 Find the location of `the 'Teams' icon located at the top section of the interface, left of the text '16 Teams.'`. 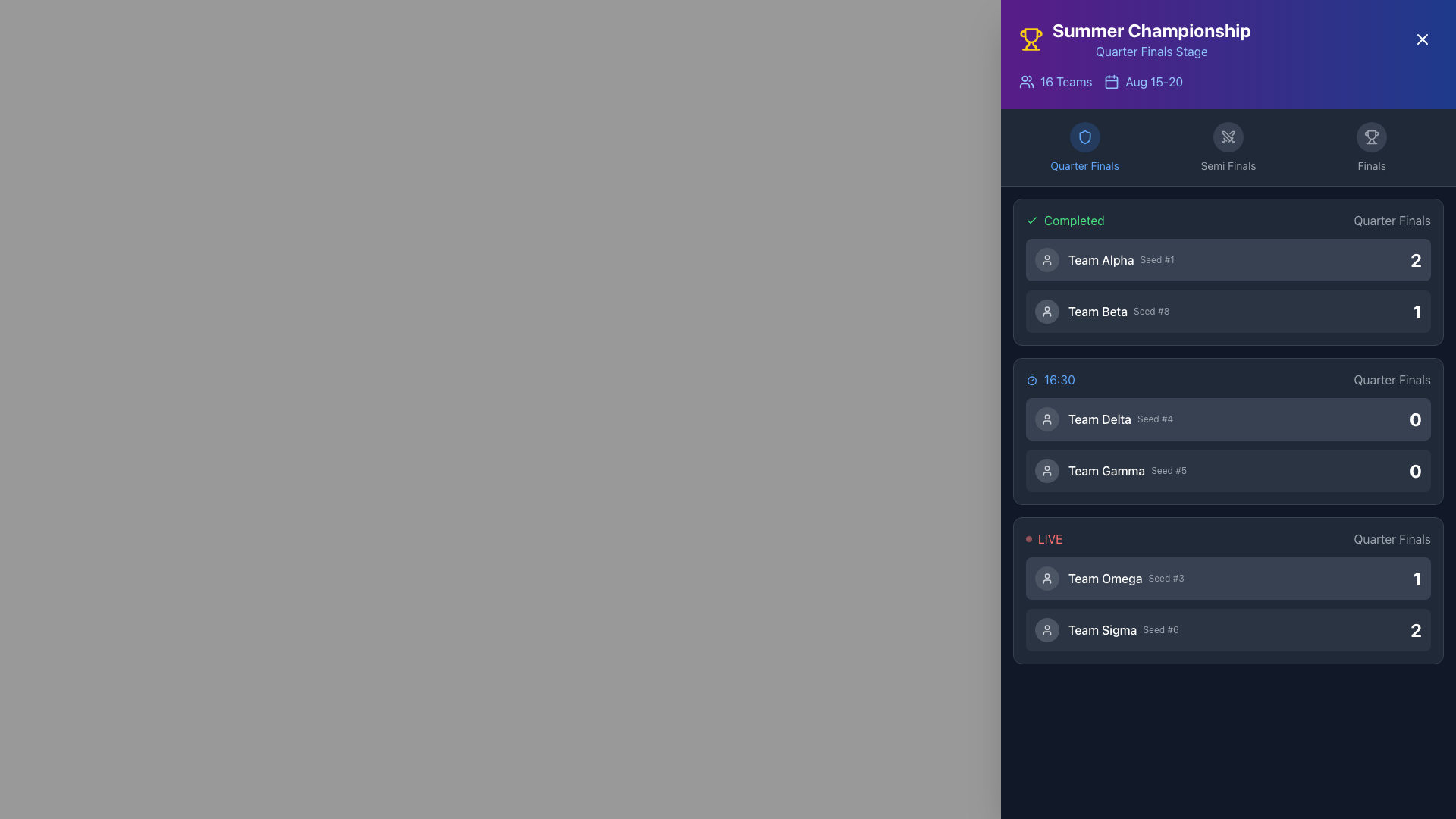

the 'Teams' icon located at the top section of the interface, left of the text '16 Teams.' is located at coordinates (1026, 82).